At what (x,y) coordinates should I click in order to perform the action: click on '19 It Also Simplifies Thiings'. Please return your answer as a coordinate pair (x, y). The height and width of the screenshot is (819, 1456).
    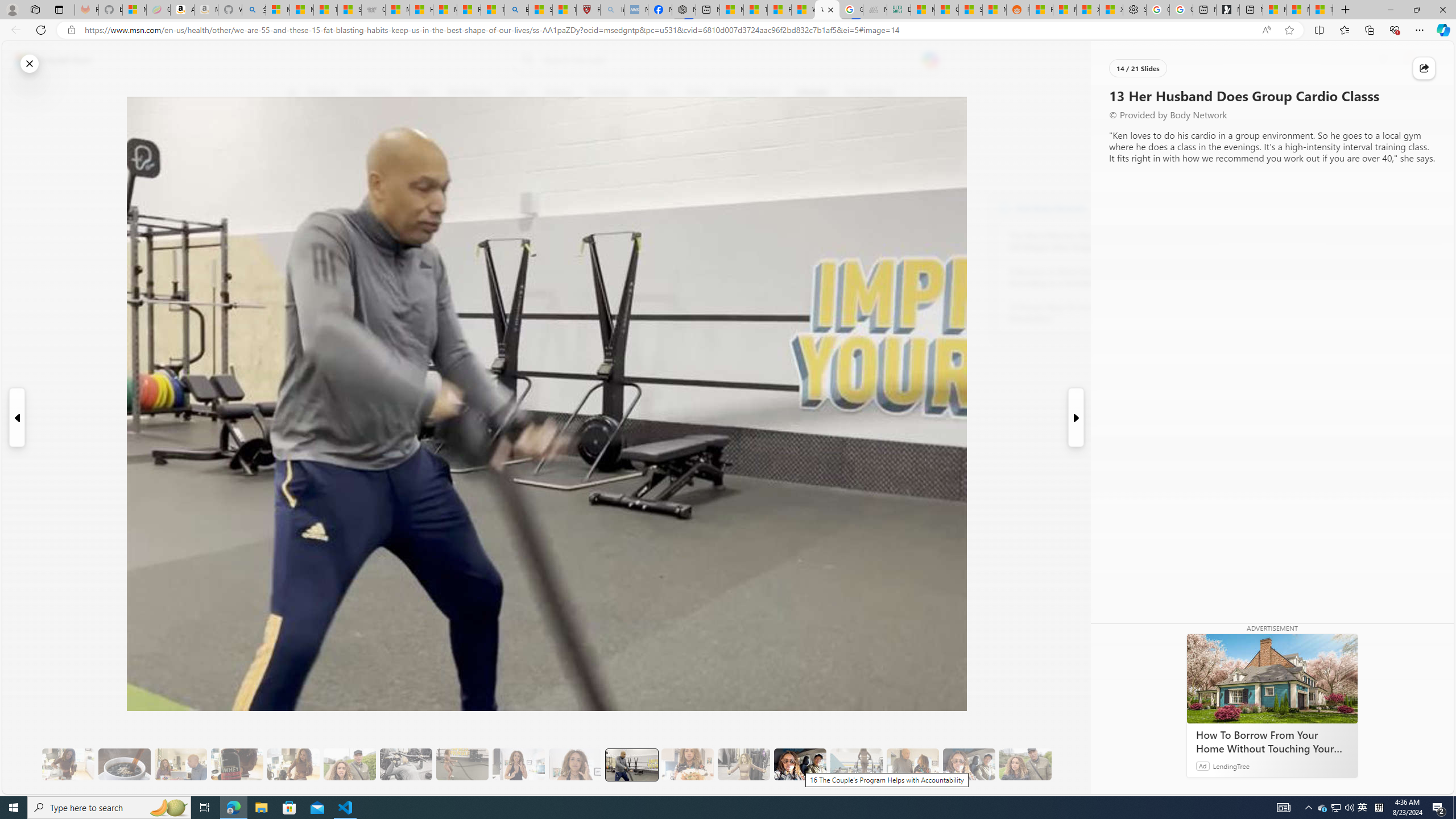
    Looking at the image, I should click on (969, 764).